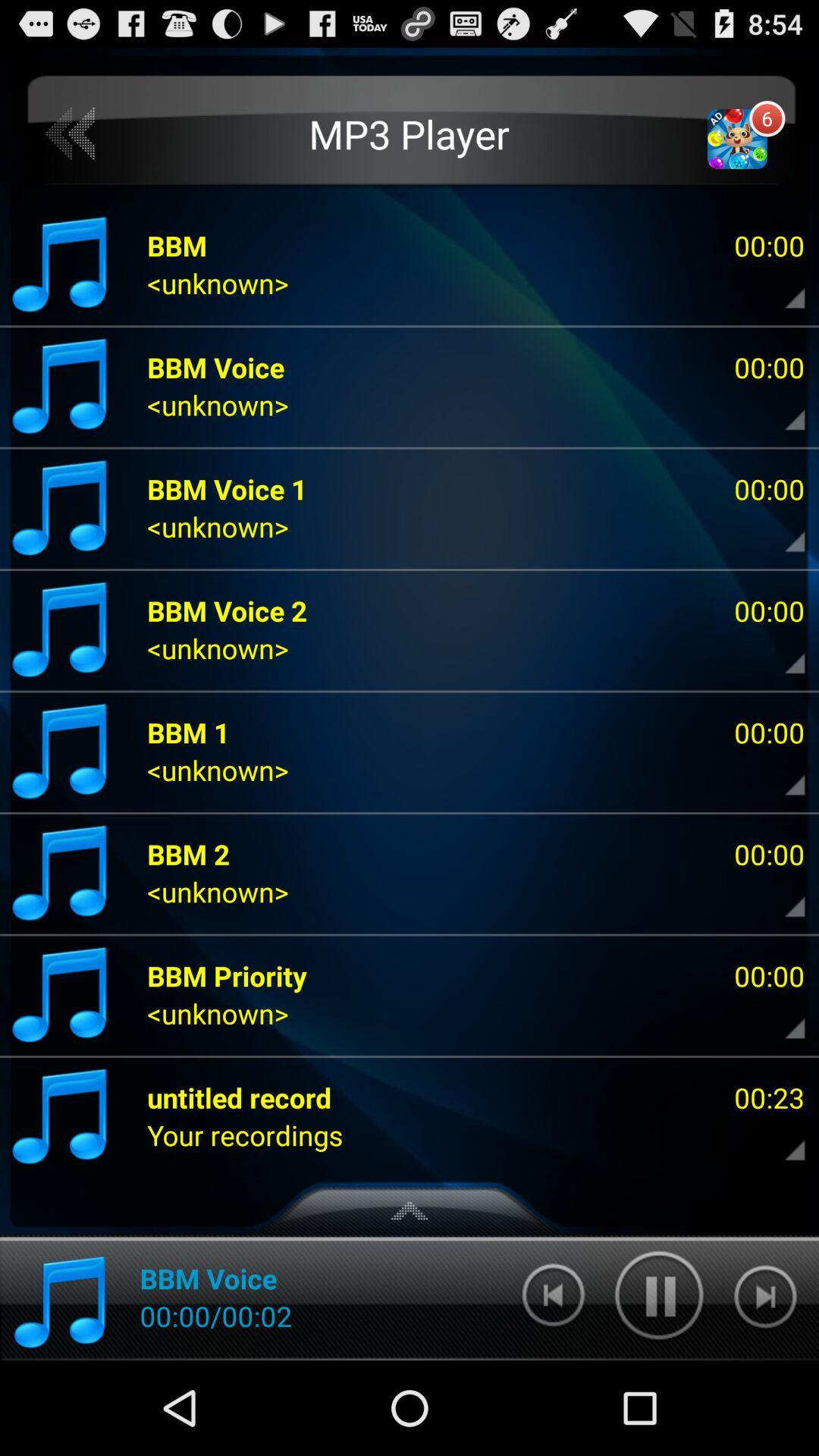  What do you see at coordinates (59, 1388) in the screenshot?
I see `the music icon` at bounding box center [59, 1388].